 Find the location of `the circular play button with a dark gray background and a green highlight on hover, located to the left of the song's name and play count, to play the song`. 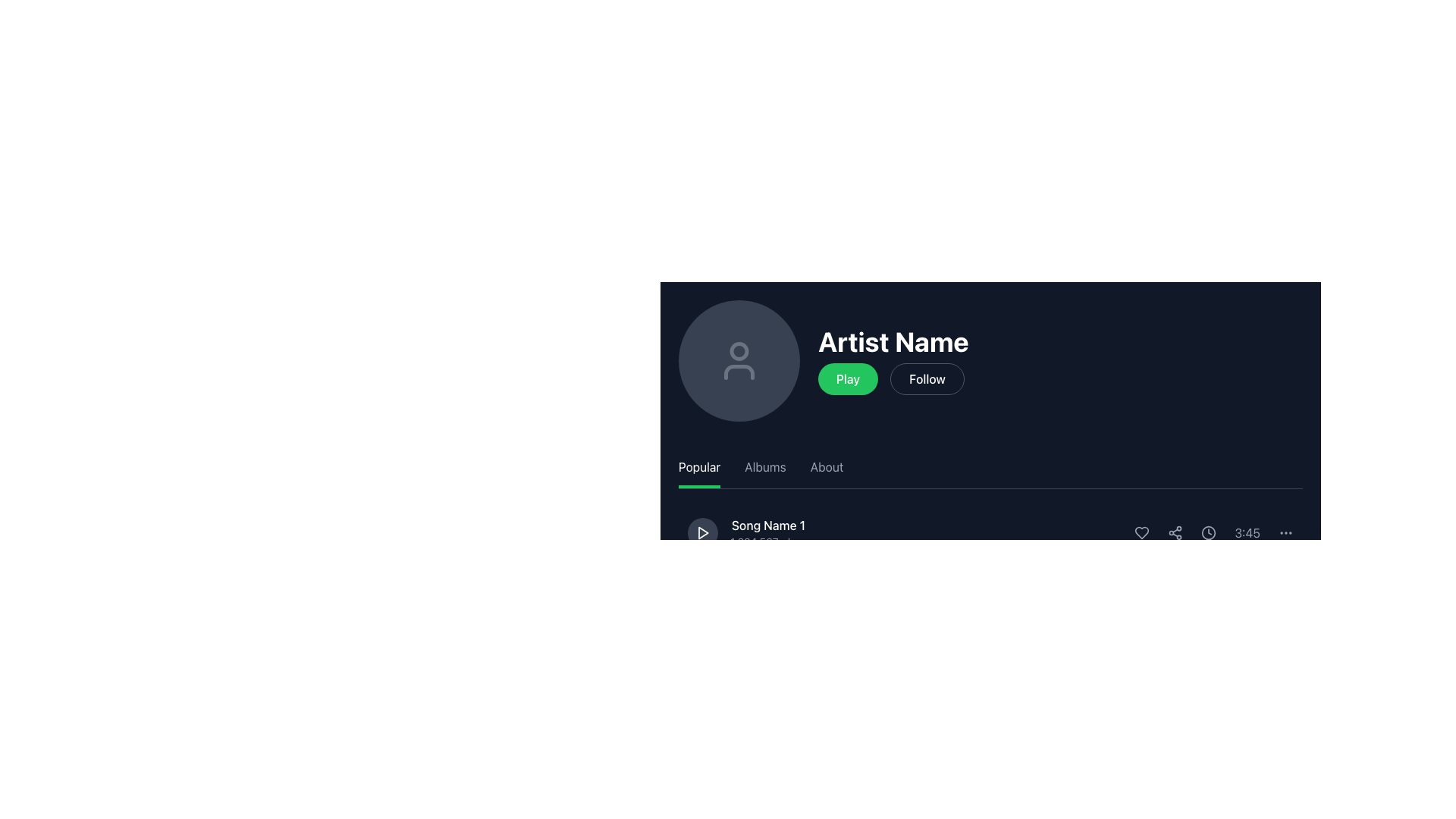

the circular play button with a dark gray background and a green highlight on hover, located to the left of the song's name and play count, to play the song is located at coordinates (701, 595).